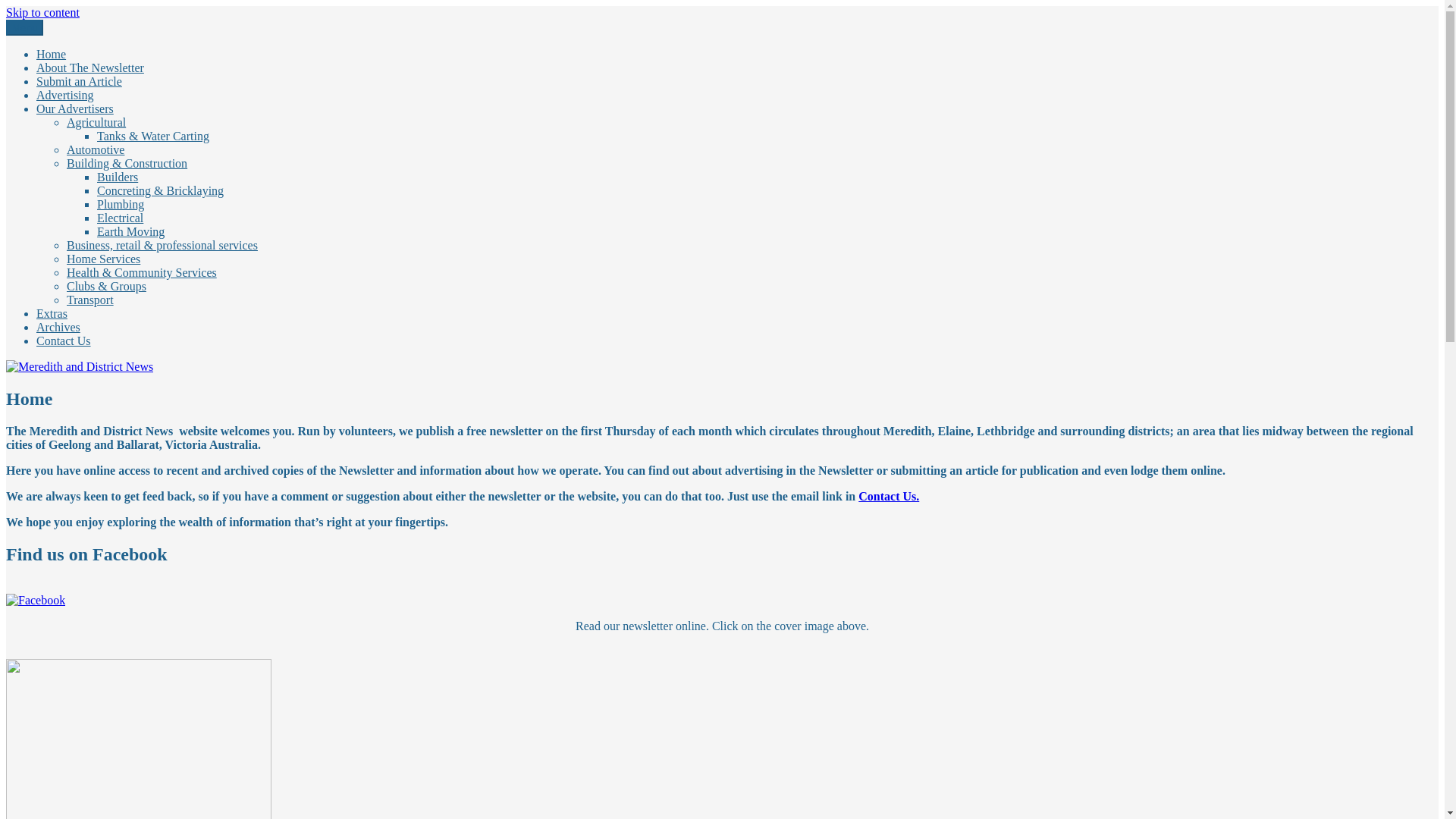 The width and height of the screenshot is (1456, 819). Describe the element at coordinates (89, 300) in the screenshot. I see `'Transport'` at that location.